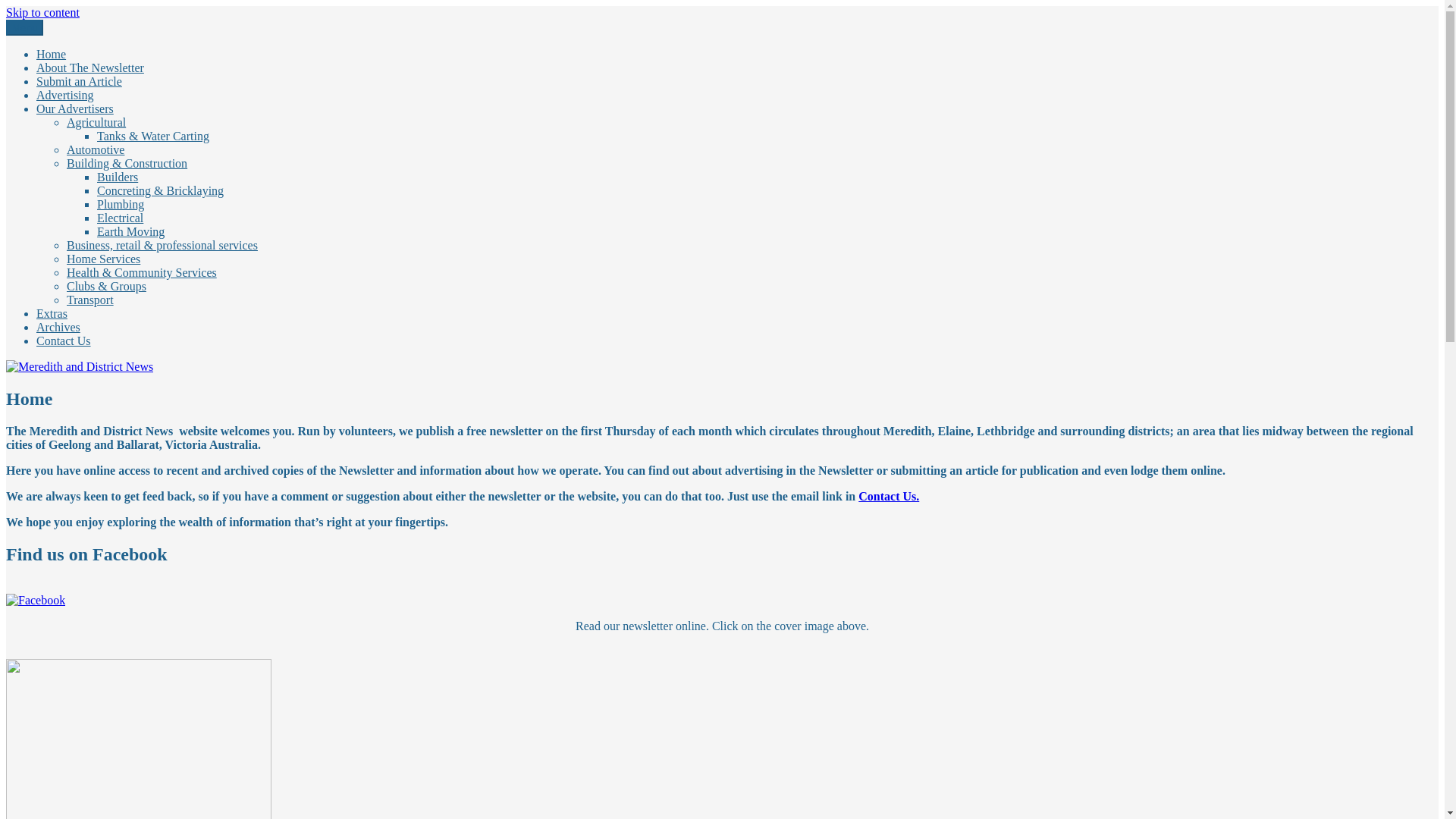 The width and height of the screenshot is (1456, 819). Describe the element at coordinates (89, 300) in the screenshot. I see `'Transport'` at that location.